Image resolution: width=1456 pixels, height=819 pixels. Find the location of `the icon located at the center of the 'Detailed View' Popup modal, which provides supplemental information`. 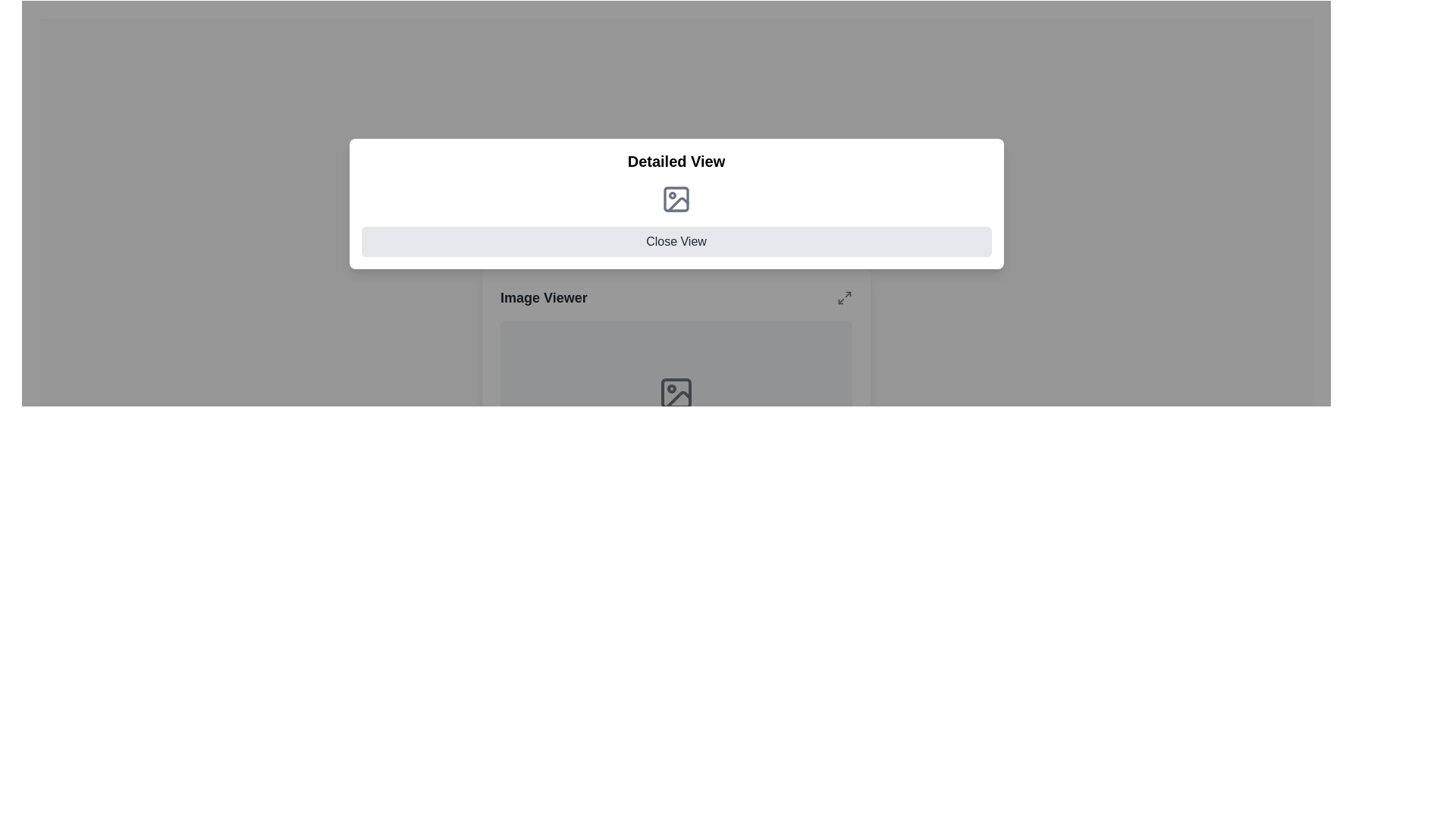

the icon located at the center of the 'Detailed View' Popup modal, which provides supplemental information is located at coordinates (676, 202).